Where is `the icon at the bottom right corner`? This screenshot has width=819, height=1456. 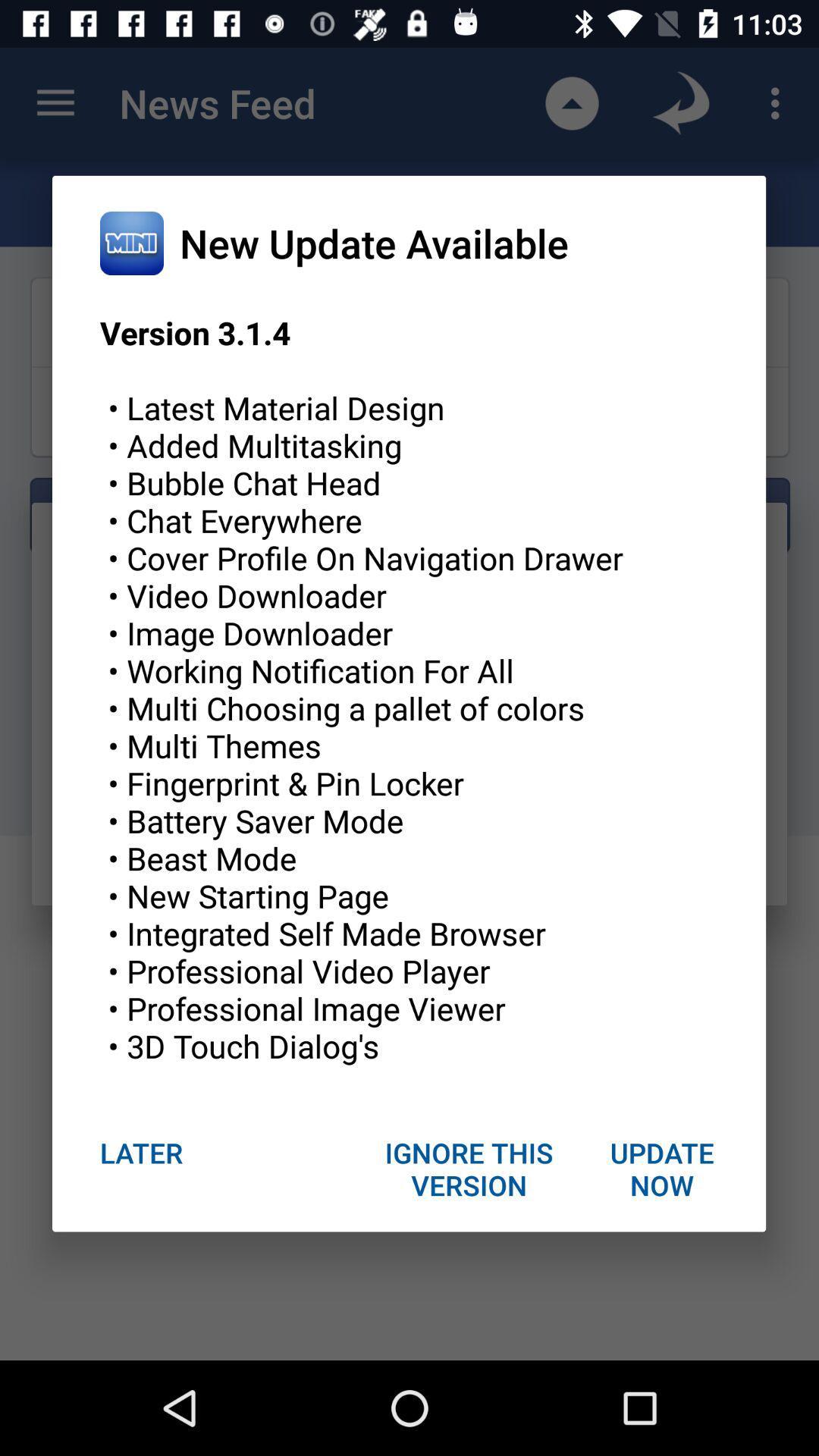
the icon at the bottom right corner is located at coordinates (661, 1168).